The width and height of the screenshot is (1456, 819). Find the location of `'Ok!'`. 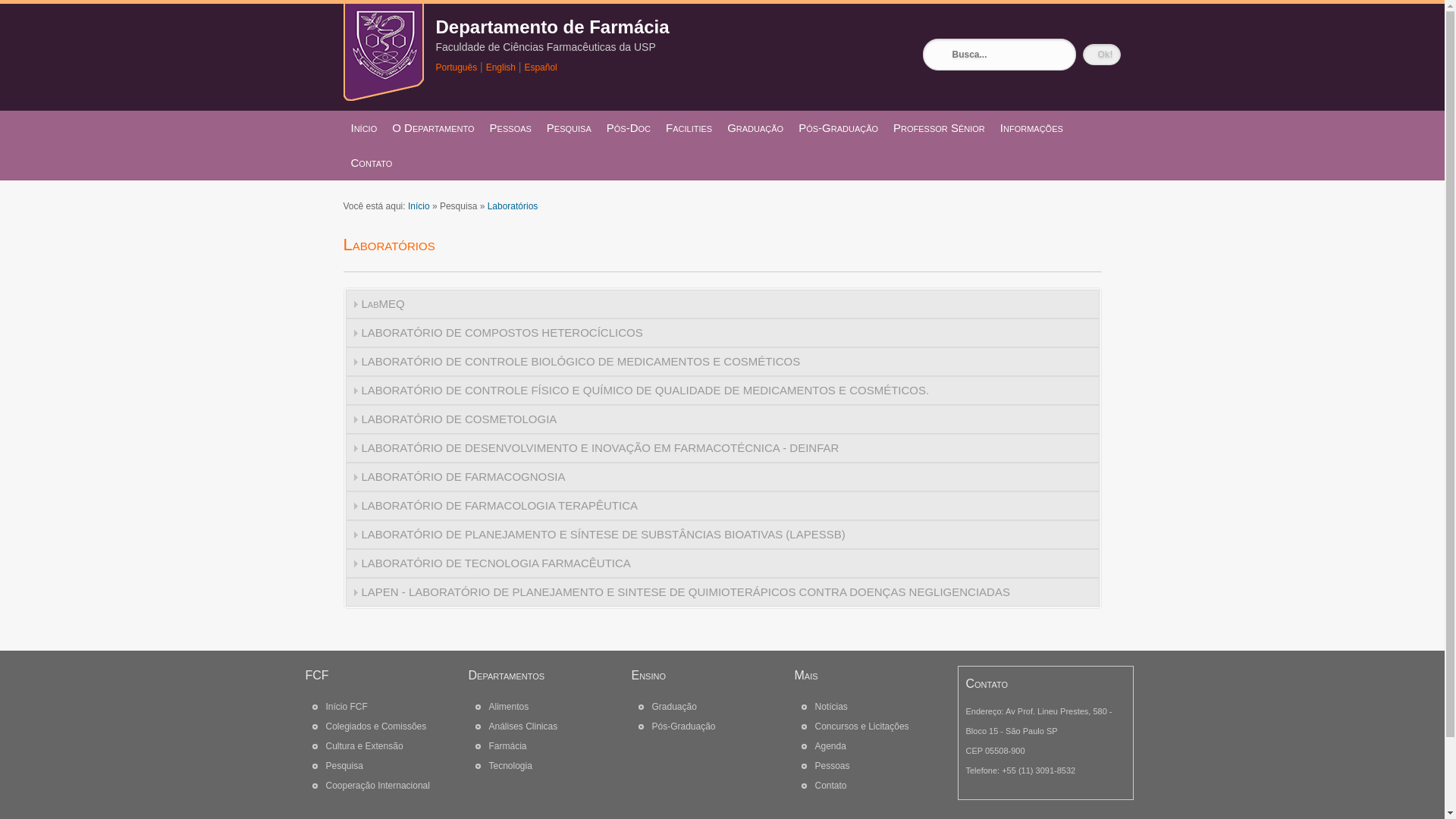

'Ok!' is located at coordinates (1102, 54).